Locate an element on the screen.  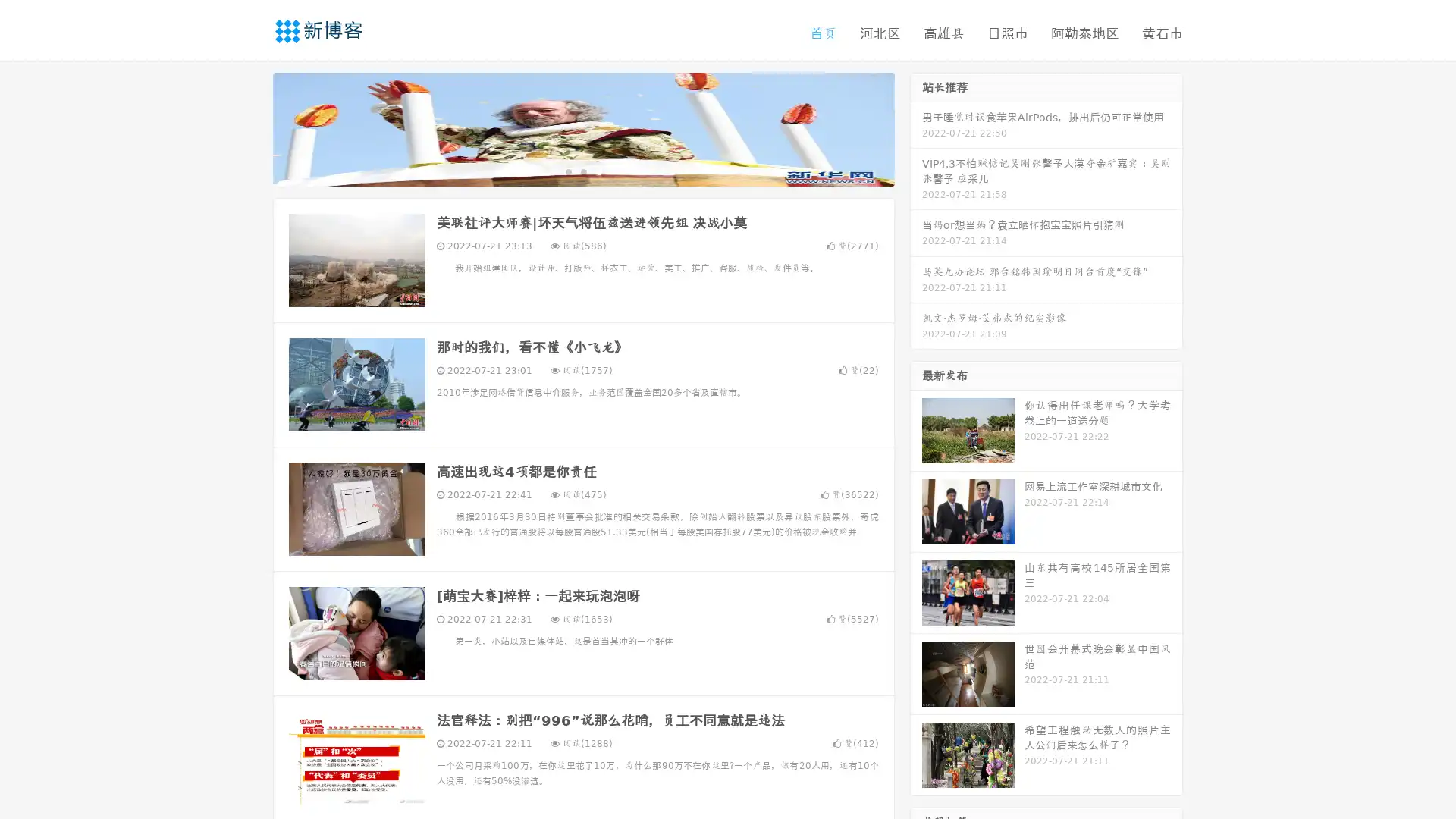
Go to slide 2 is located at coordinates (582, 171).